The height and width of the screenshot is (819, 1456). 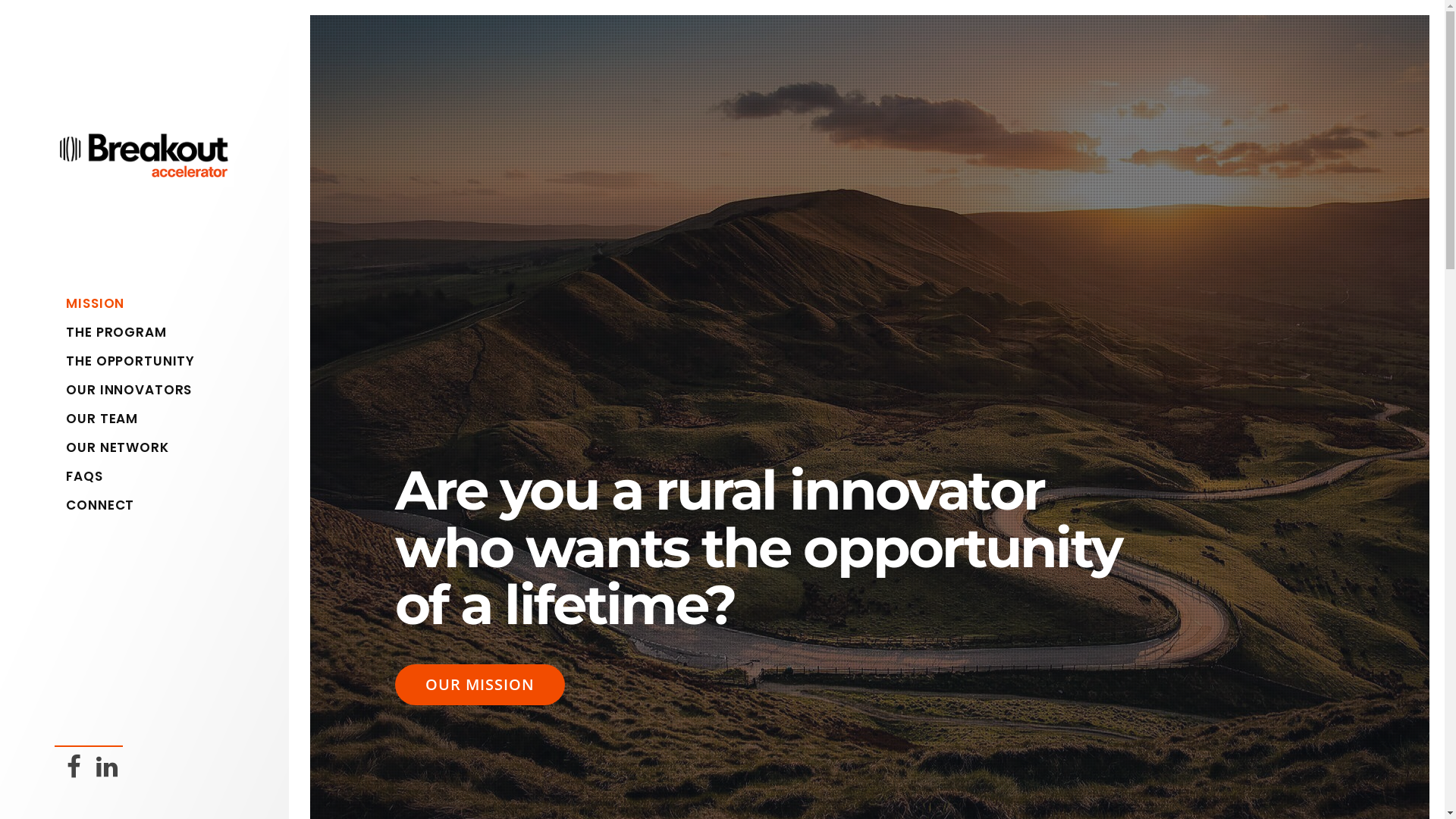 I want to click on 'THE PROGRAM', so click(x=64, y=331).